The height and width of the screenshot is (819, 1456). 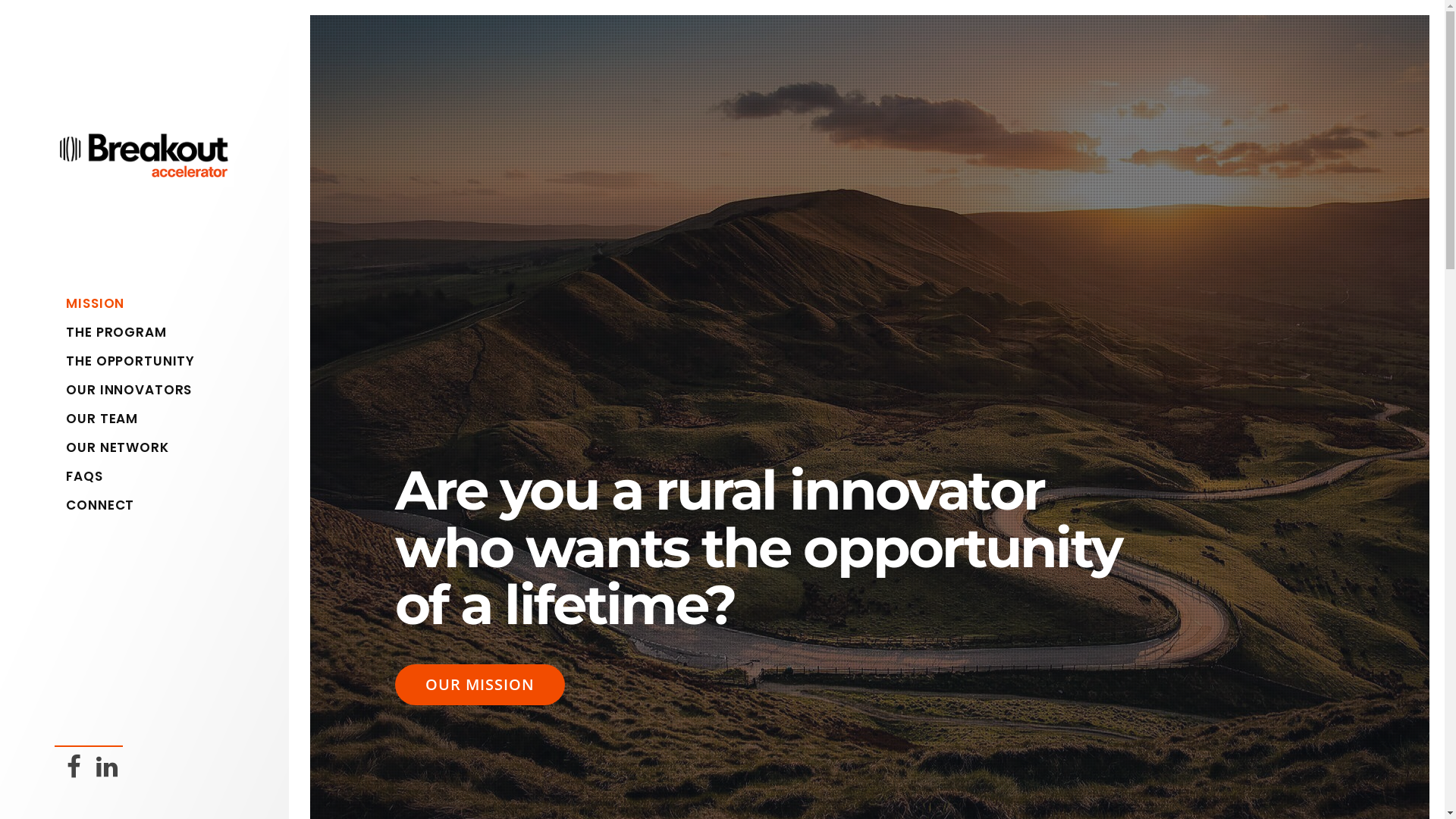 I want to click on 'THE PROGRAM', so click(x=64, y=331).